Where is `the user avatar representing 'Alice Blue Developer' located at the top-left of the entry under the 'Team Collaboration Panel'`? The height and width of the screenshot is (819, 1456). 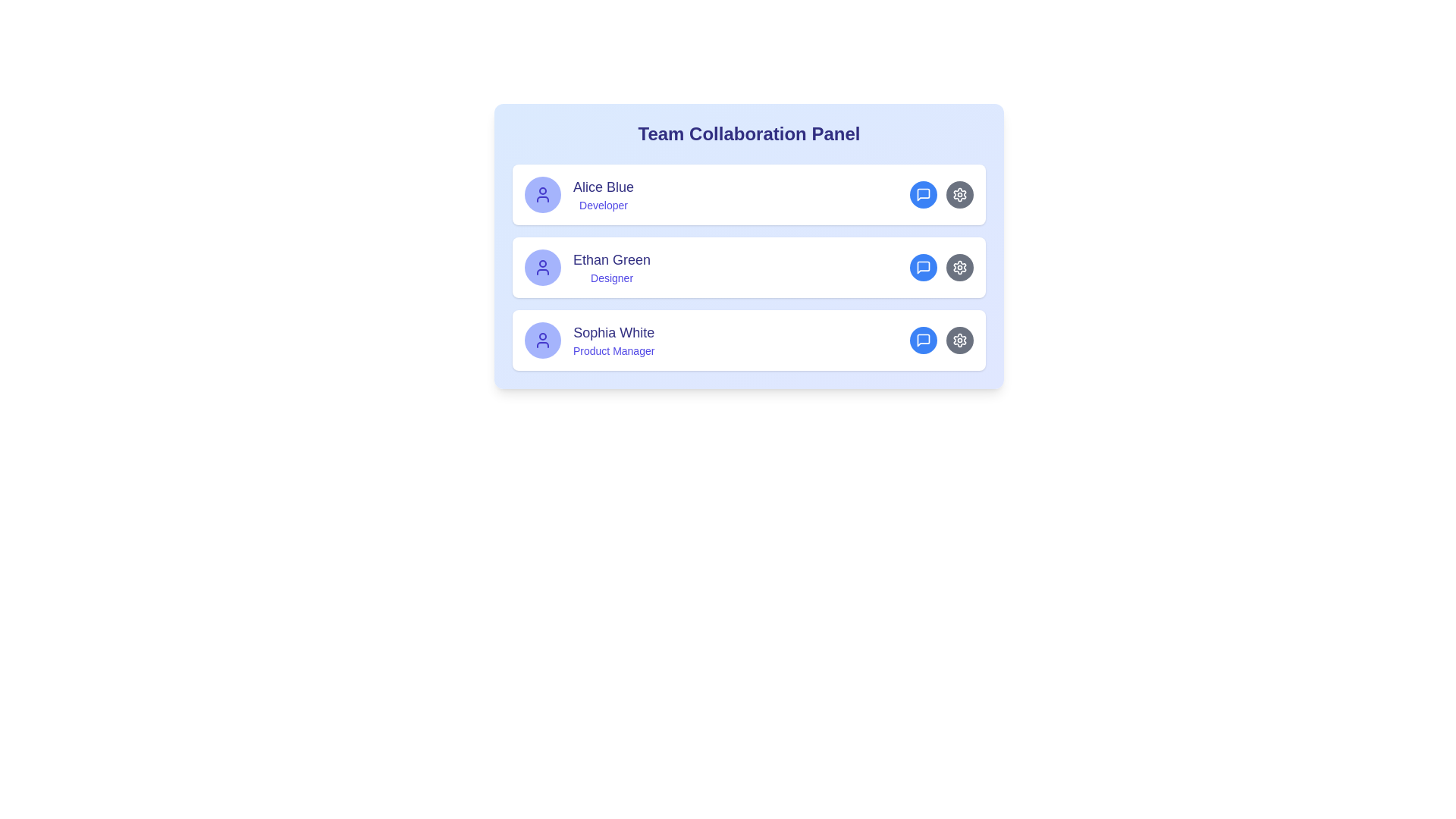 the user avatar representing 'Alice Blue Developer' located at the top-left of the entry under the 'Team Collaboration Panel' is located at coordinates (542, 194).